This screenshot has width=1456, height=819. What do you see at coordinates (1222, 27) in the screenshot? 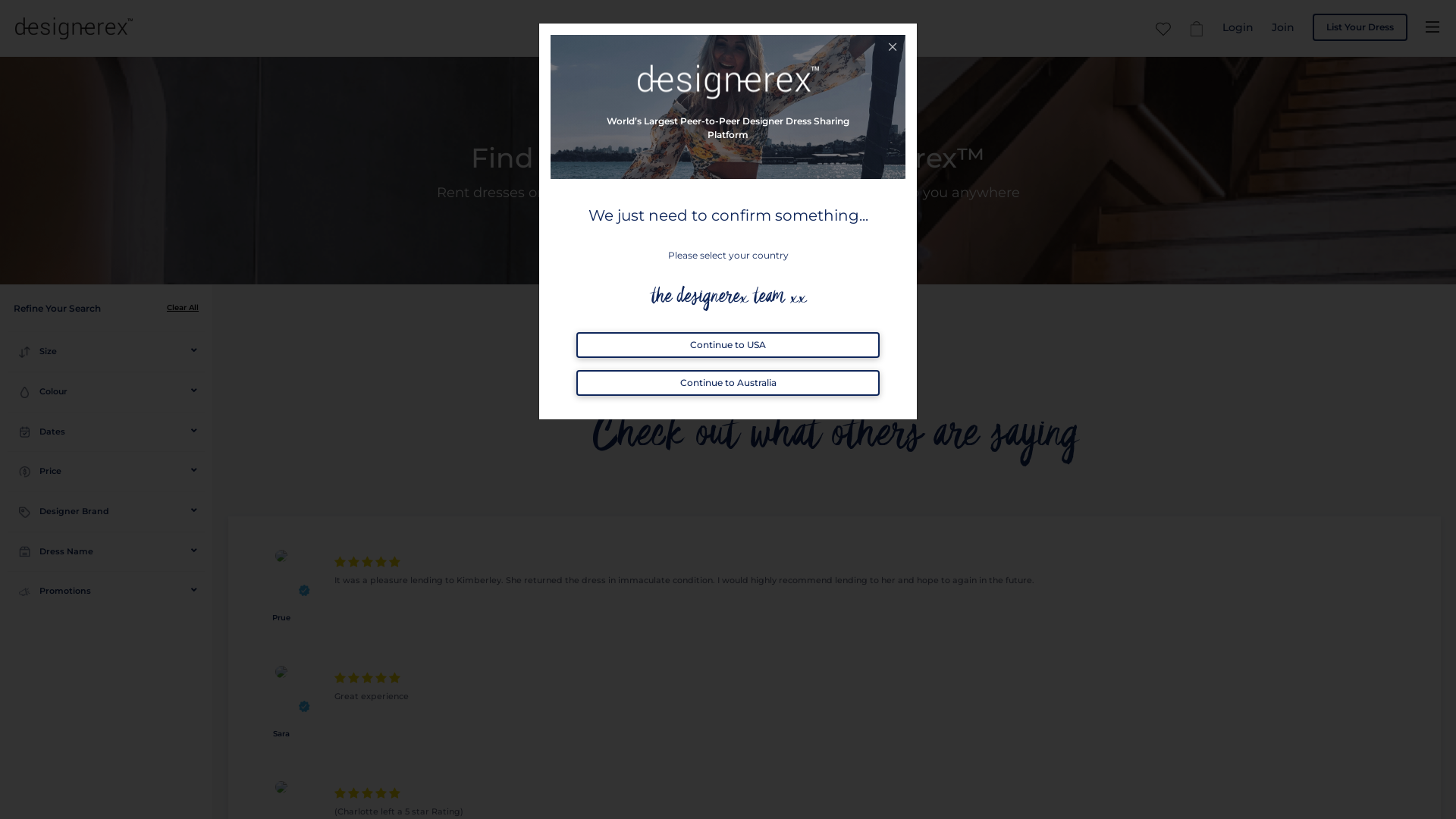
I see `'Login'` at bounding box center [1222, 27].